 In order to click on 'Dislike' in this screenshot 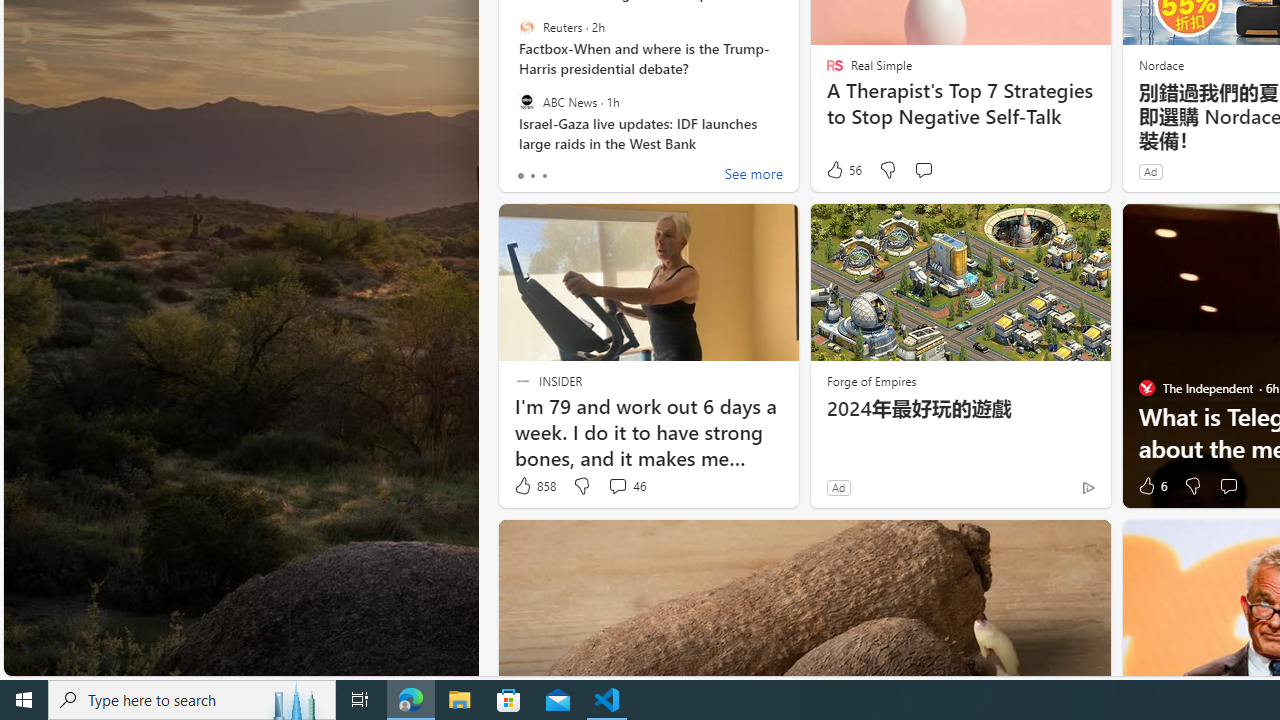, I will do `click(1192, 486)`.